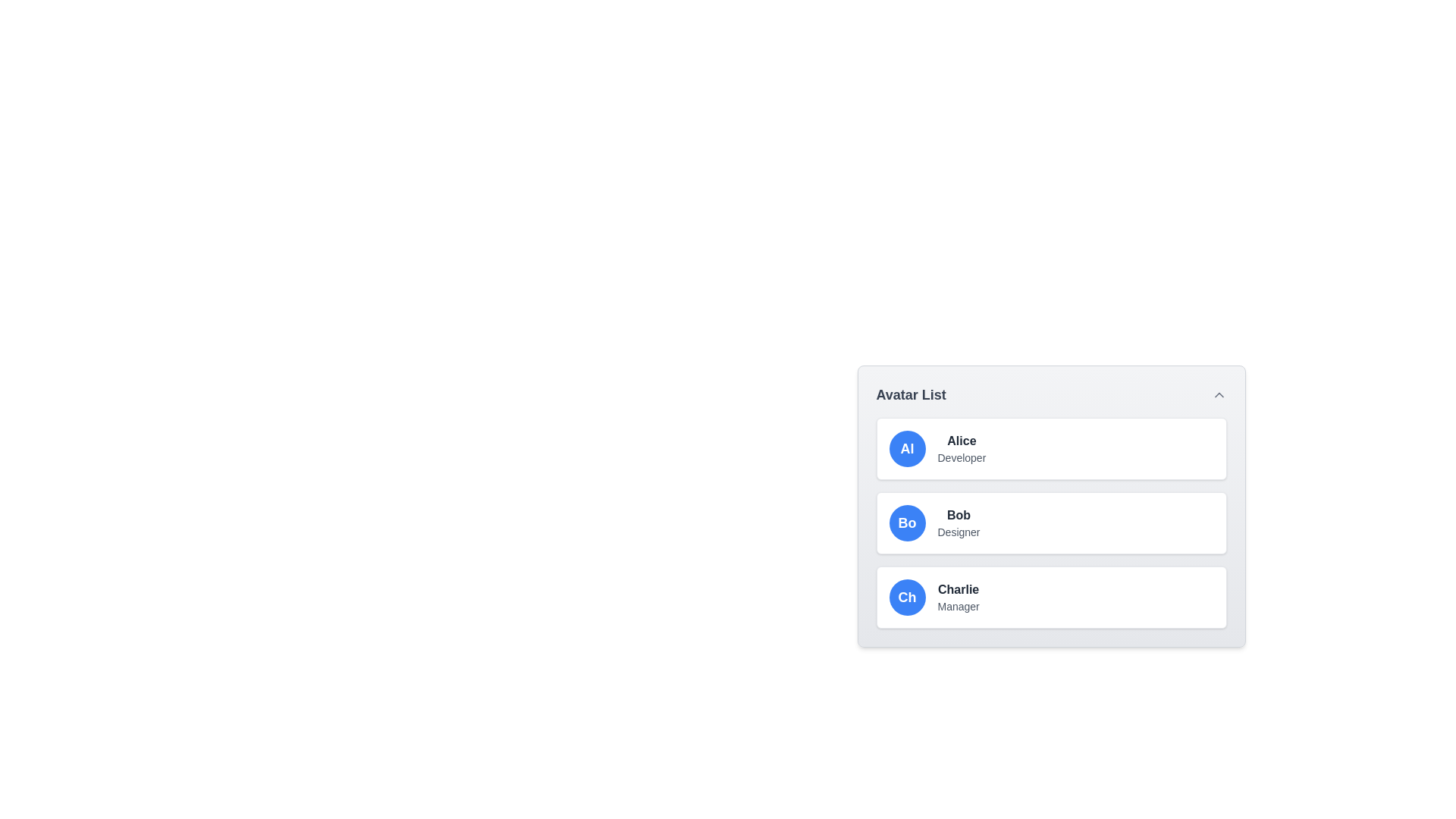 This screenshot has height=819, width=1456. I want to click on the second card element in the Avatar List which displays user information, featuring a blue avatar with 'Bo' and the name 'Bob' in bold, so click(1050, 522).